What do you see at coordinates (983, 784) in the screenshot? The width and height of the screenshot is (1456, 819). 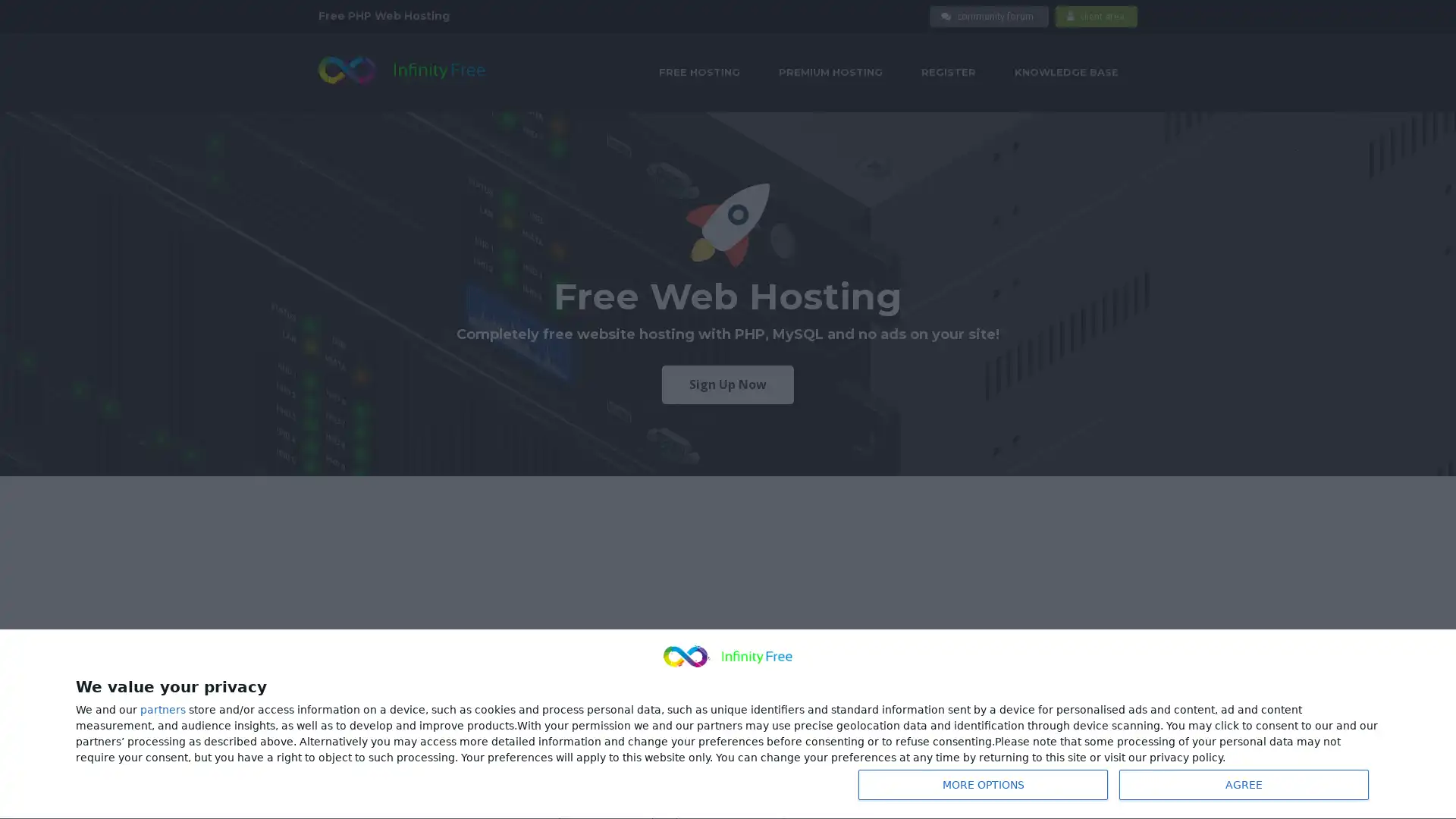 I see `MORE OPTIONS` at bounding box center [983, 784].